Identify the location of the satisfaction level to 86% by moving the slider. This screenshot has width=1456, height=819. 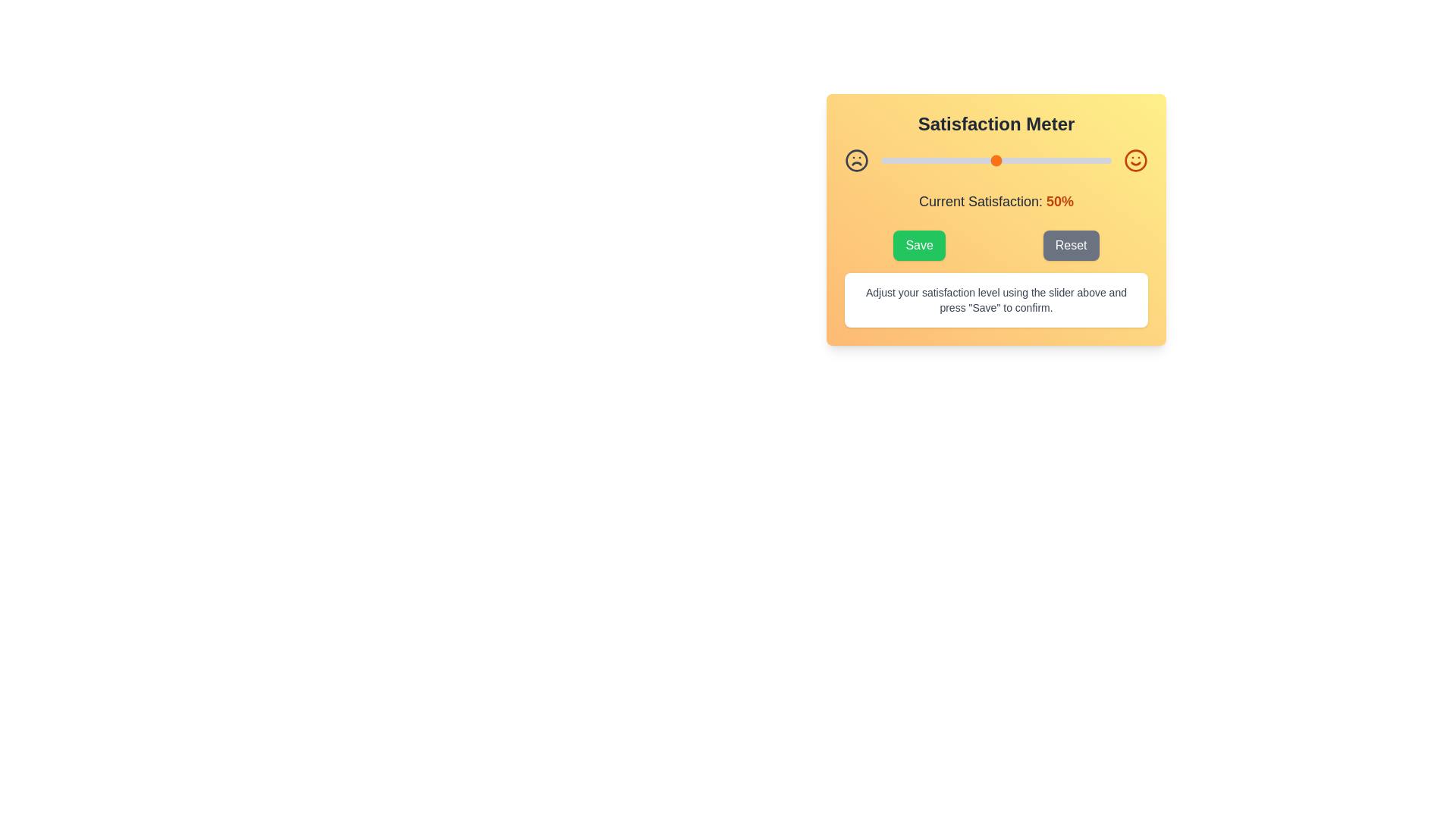
(1078, 161).